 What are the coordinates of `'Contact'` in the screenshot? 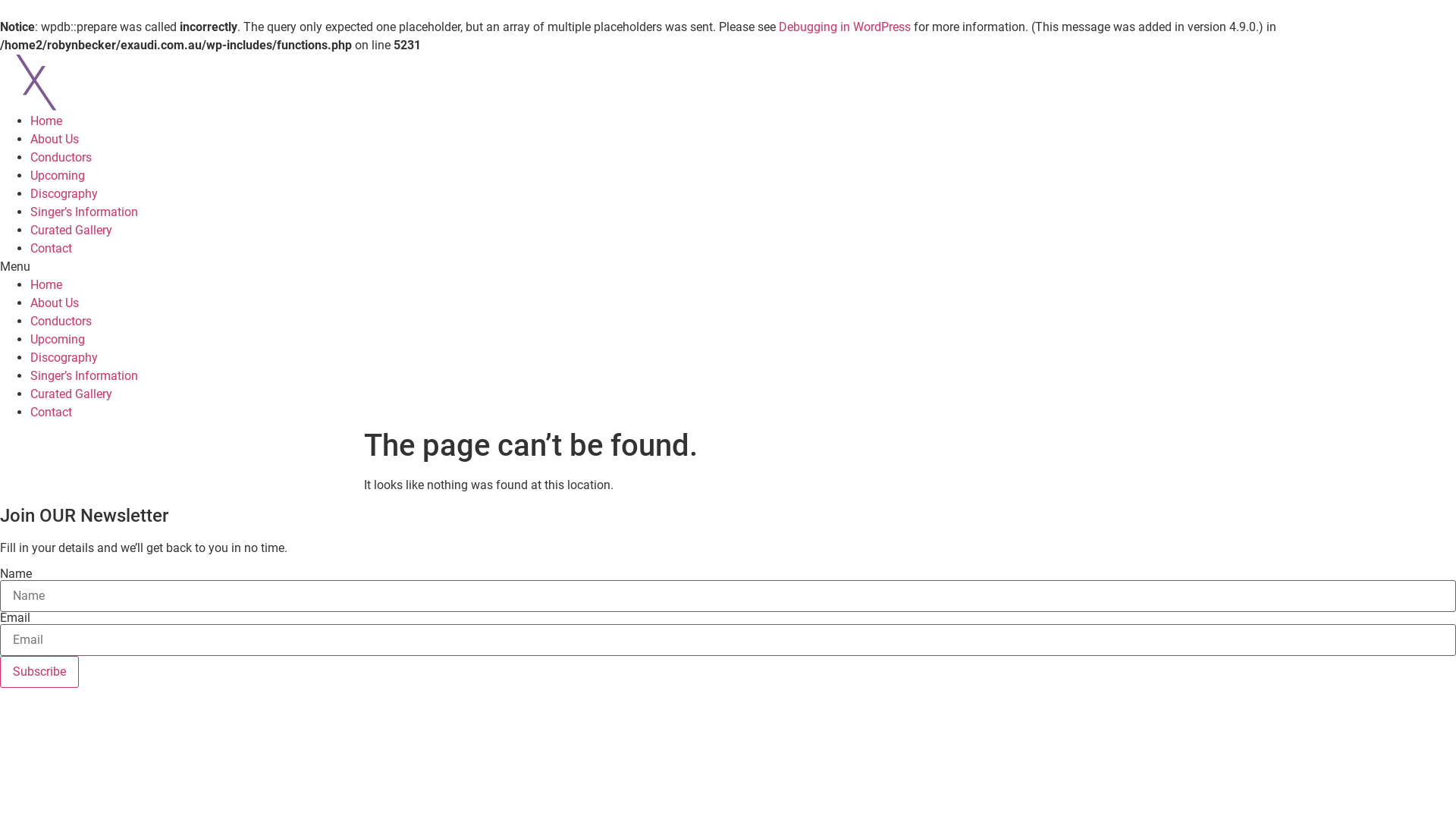 It's located at (51, 412).